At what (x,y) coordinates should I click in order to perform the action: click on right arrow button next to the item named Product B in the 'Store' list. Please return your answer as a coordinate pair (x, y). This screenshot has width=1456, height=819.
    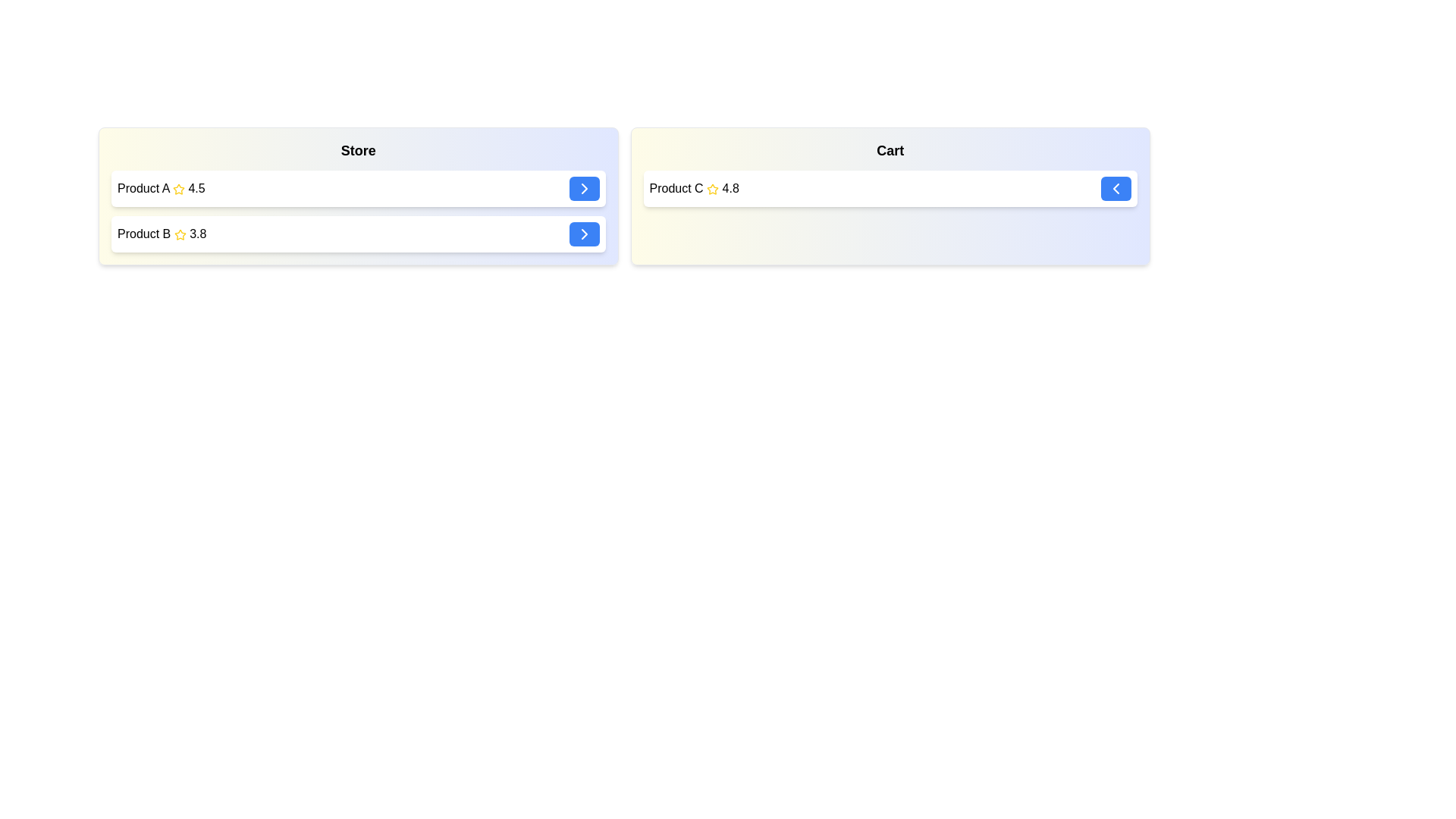
    Looking at the image, I should click on (583, 234).